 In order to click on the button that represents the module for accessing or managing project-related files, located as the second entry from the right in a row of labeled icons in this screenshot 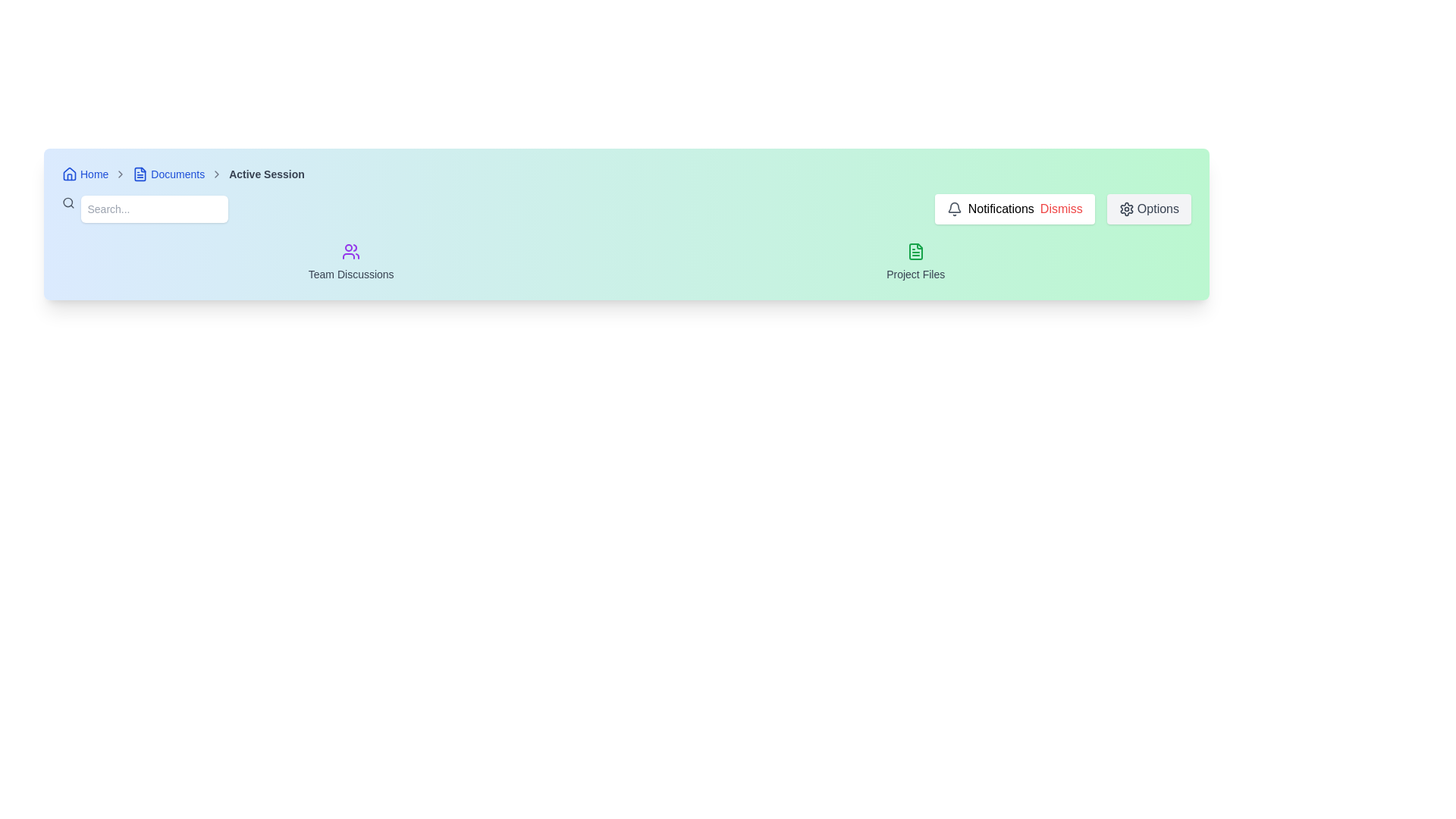, I will do `click(915, 262)`.